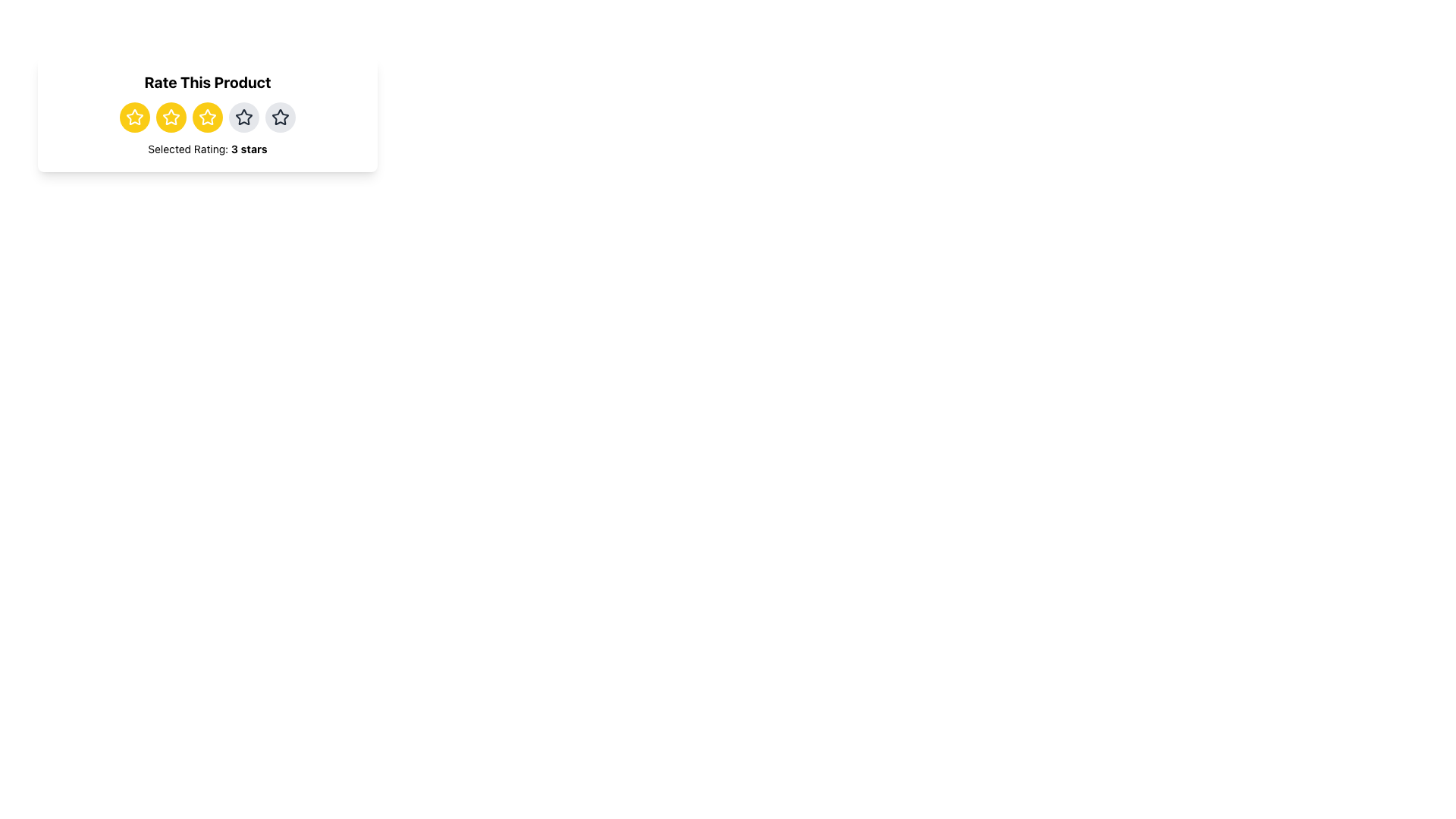 The width and height of the screenshot is (1456, 819). I want to click on the third star in the 5-star rating system, so click(134, 116).